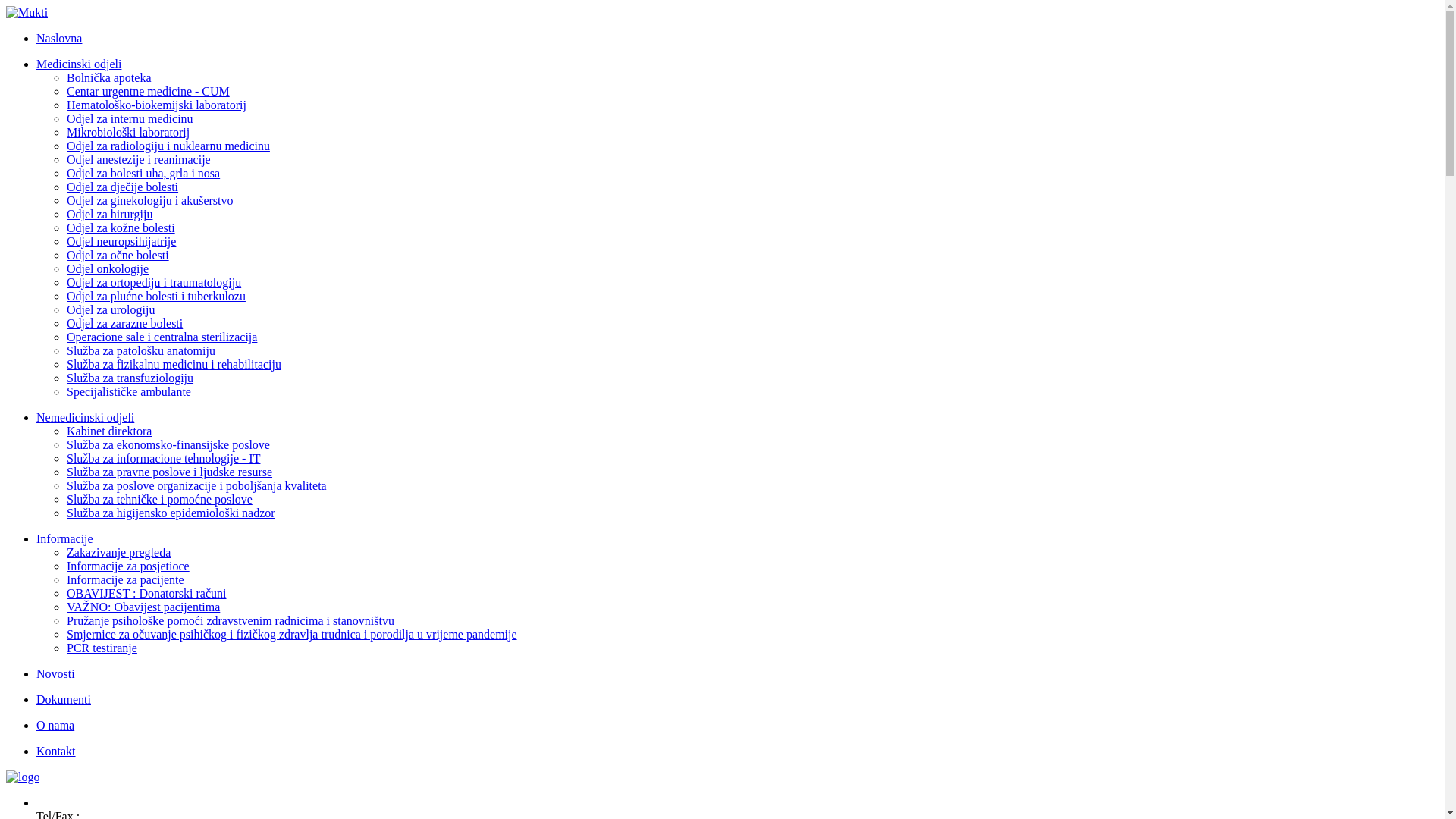 The height and width of the screenshot is (819, 1456). Describe the element at coordinates (120, 240) in the screenshot. I see `'Odjel neuropsihijatrije'` at that location.